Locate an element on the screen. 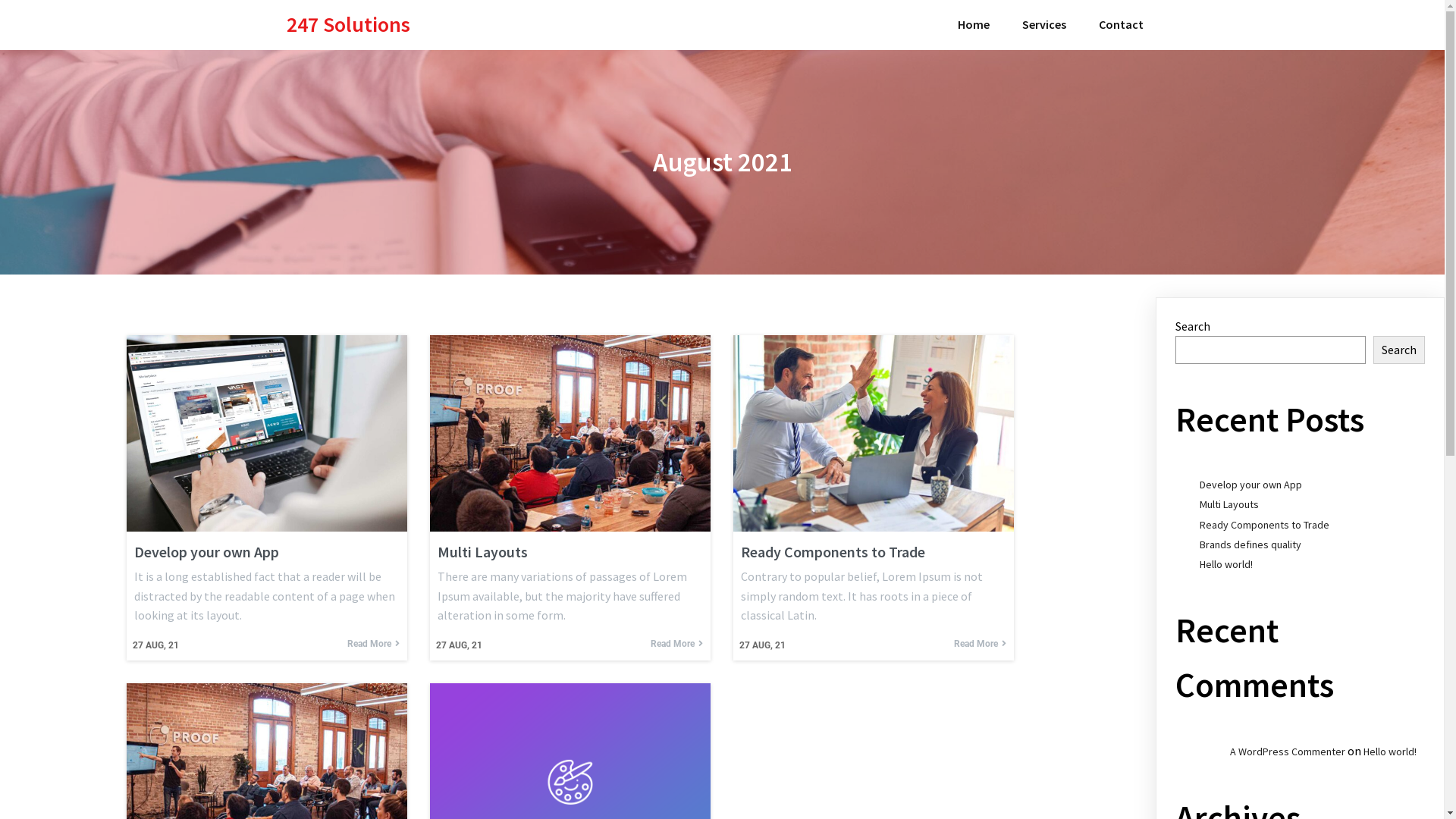 The height and width of the screenshot is (819, 1456). 'Home' is located at coordinates (972, 25).